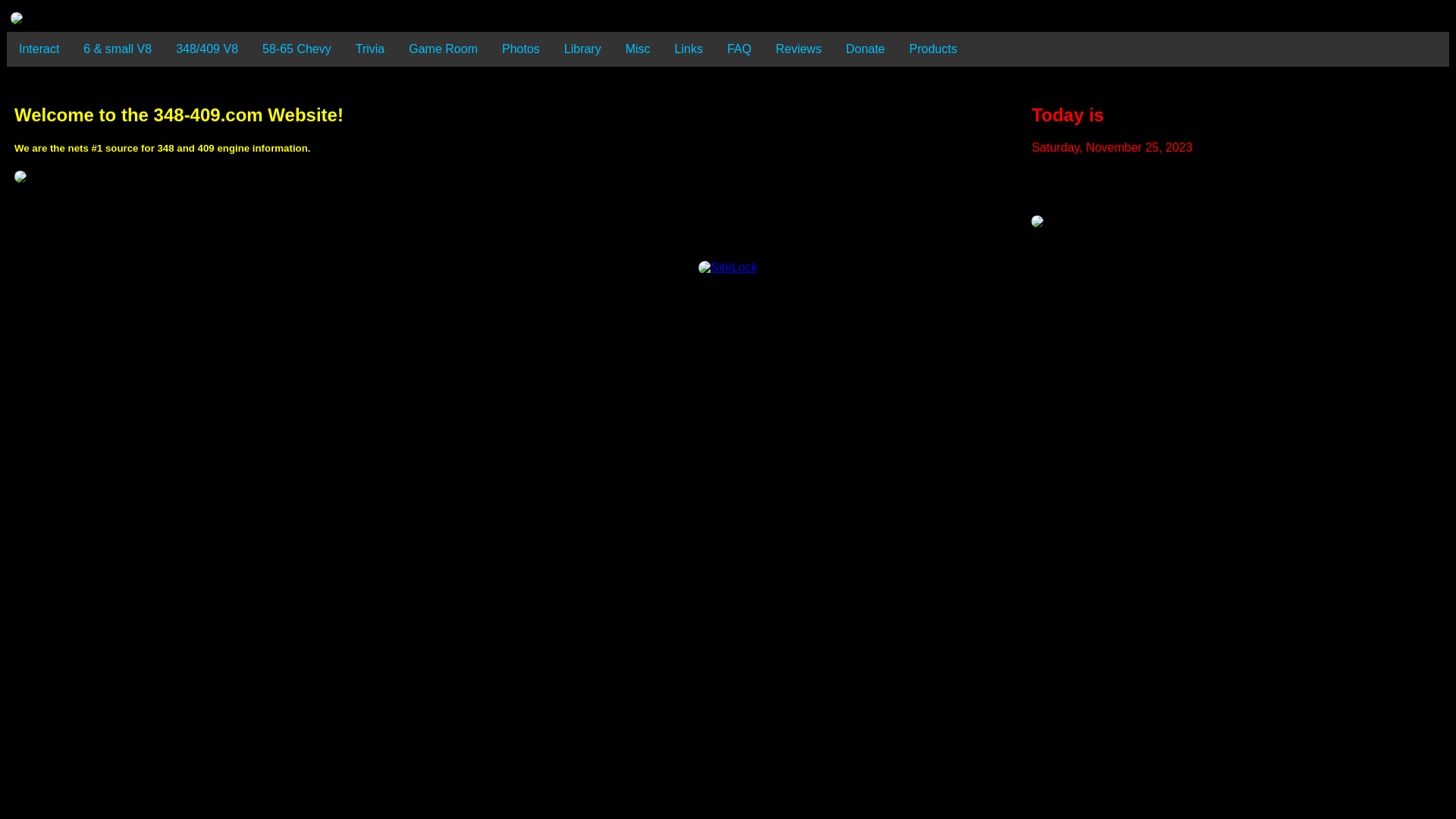 This screenshot has width=1456, height=819. What do you see at coordinates (932, 49) in the screenshot?
I see `'Products'` at bounding box center [932, 49].